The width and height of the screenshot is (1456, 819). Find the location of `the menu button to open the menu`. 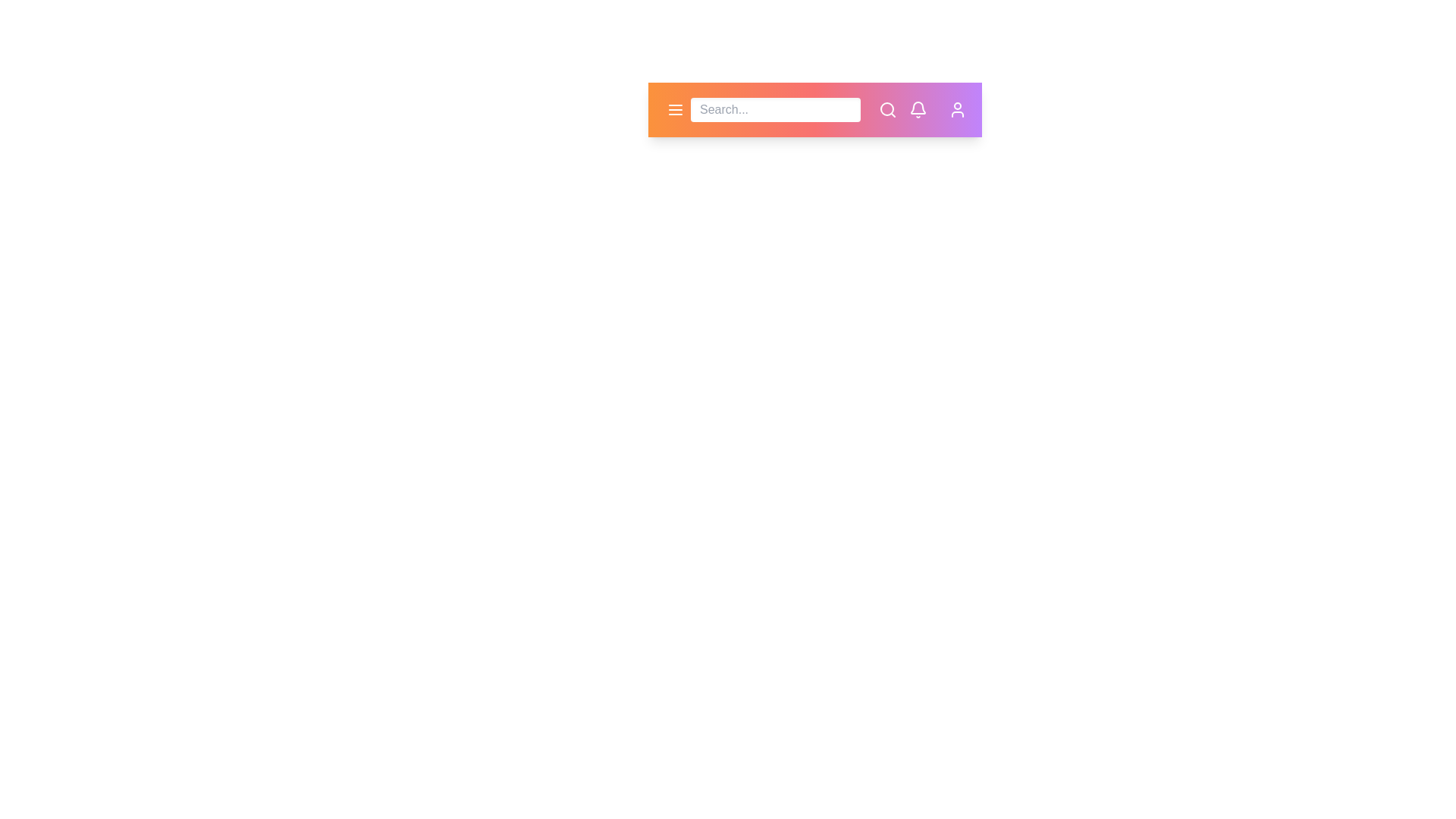

the menu button to open the menu is located at coordinates (675, 109).